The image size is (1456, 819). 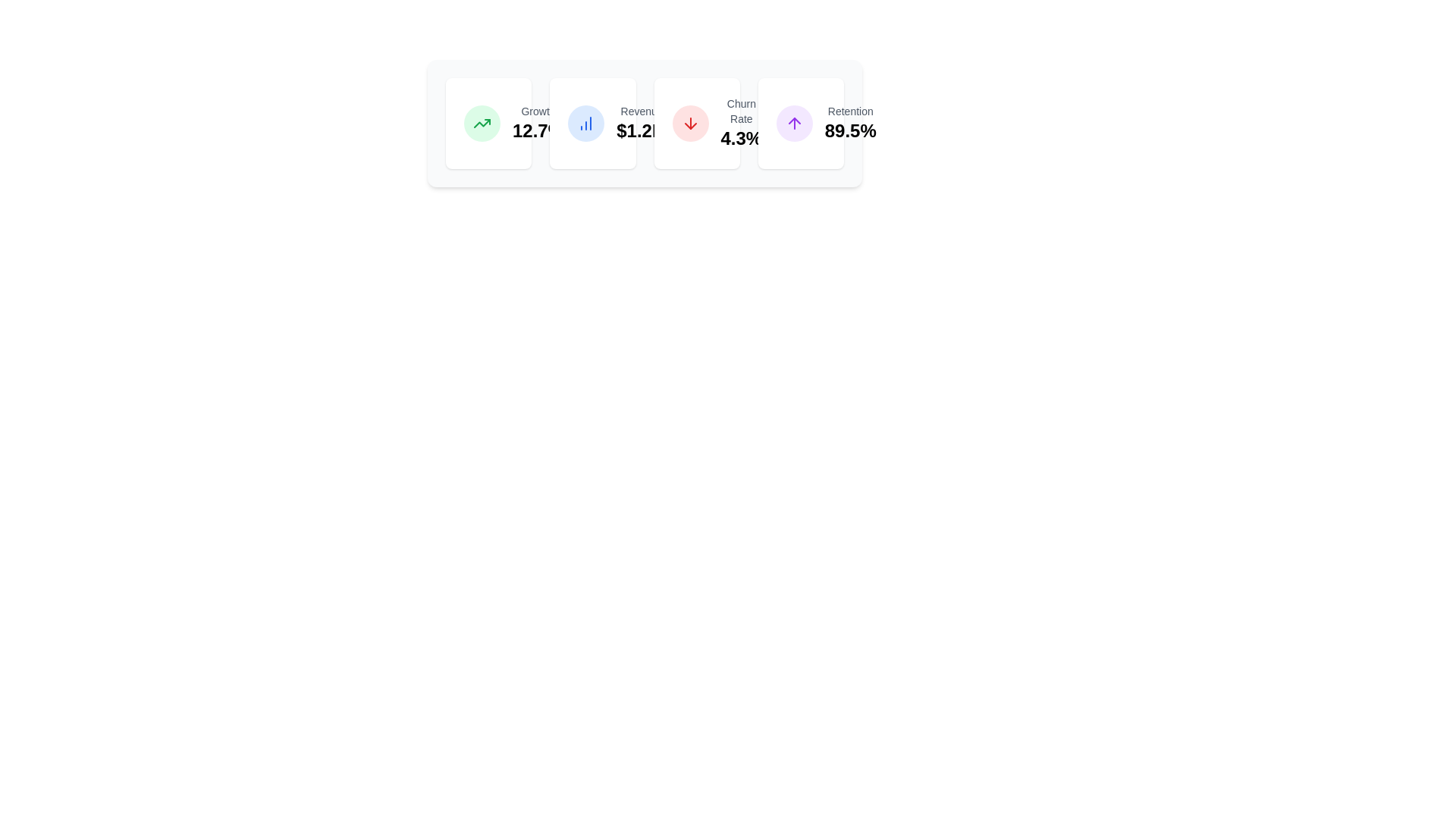 What do you see at coordinates (689, 122) in the screenshot?
I see `the negative movement indicator icon located in the Churn Rate card, which is the third card in a horizontal layout of metrics` at bounding box center [689, 122].